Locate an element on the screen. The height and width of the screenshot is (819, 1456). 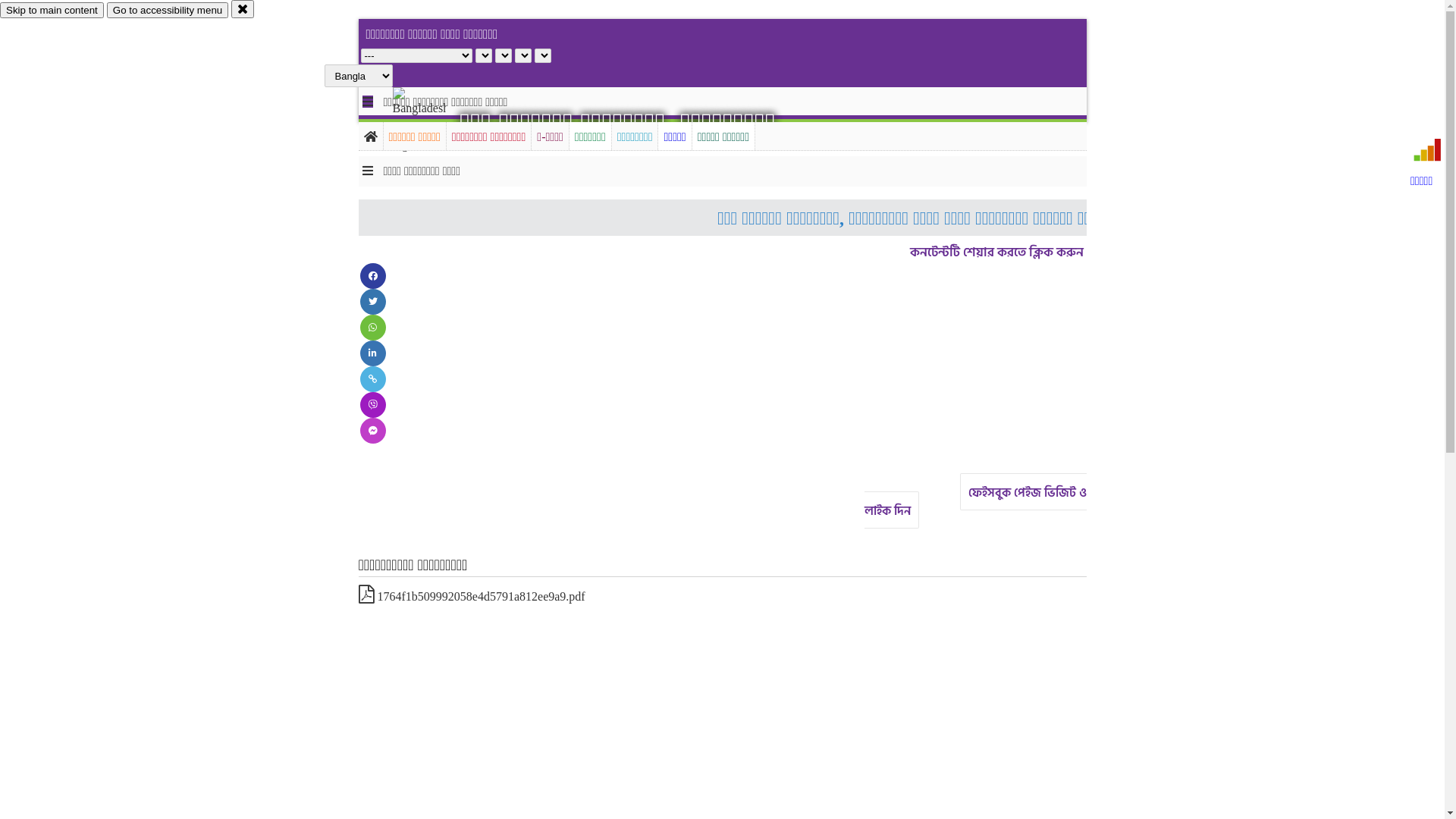
' is located at coordinates (431, 119).